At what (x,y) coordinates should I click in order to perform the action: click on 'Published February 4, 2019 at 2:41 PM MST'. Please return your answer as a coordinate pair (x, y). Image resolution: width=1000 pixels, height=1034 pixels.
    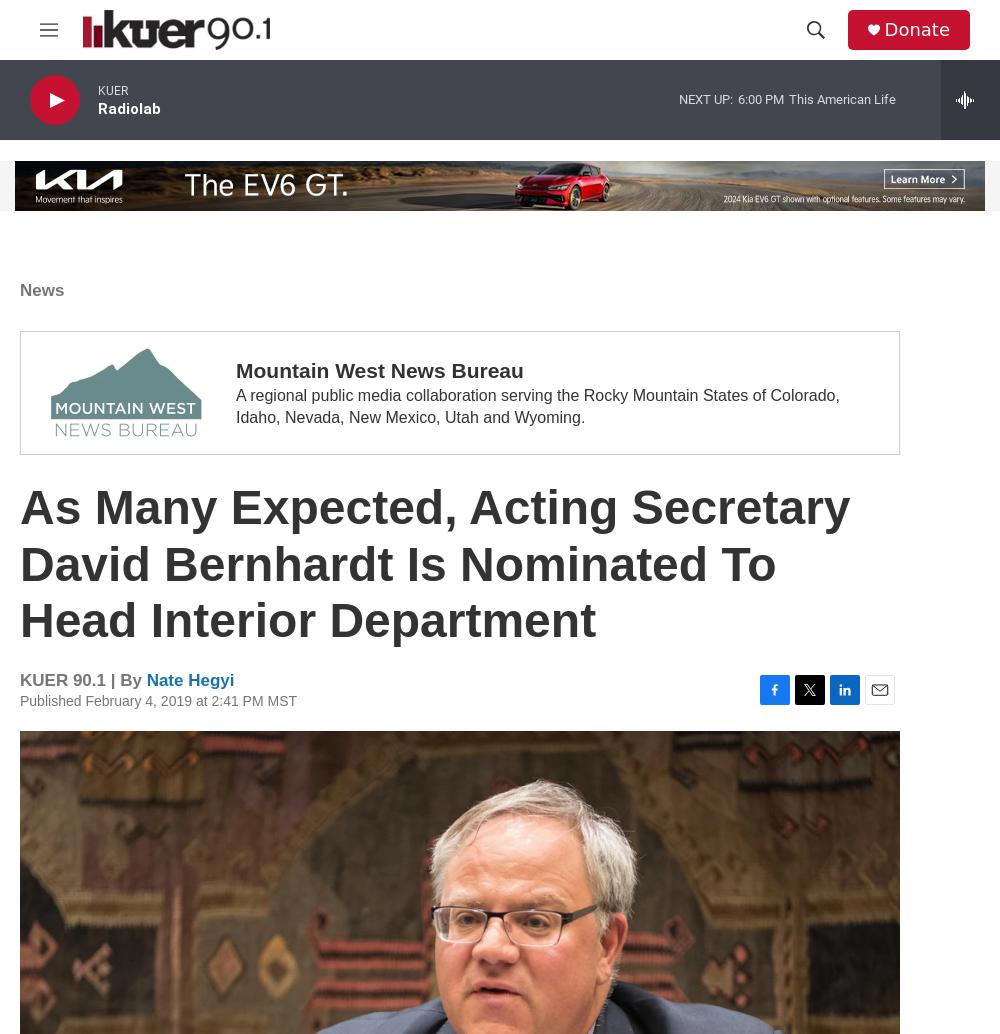
    Looking at the image, I should click on (158, 700).